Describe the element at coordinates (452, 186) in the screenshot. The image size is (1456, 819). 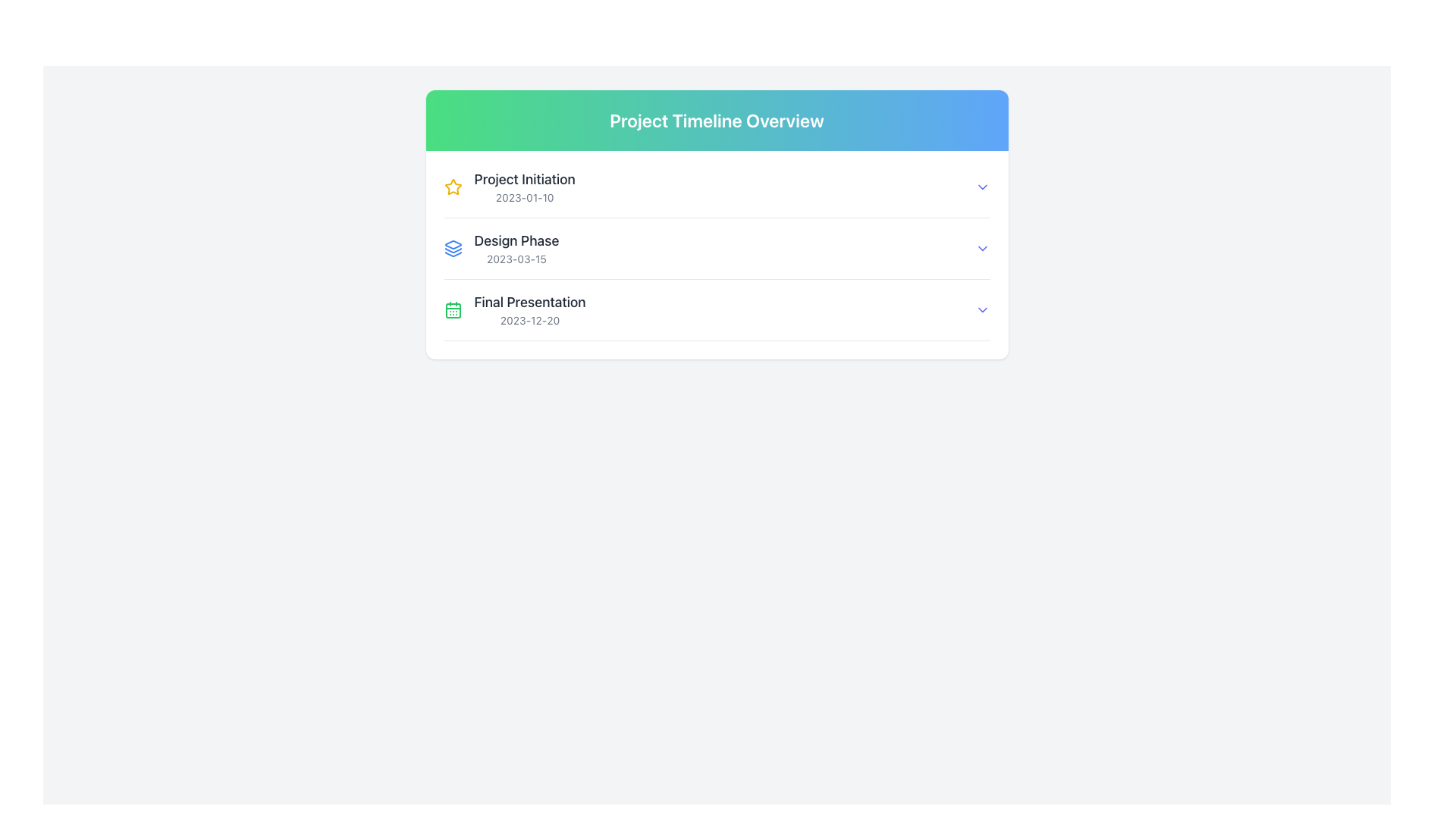
I see `the yellow star-shaped icon representing 'Project Initiation' located at the left of the corresponding row` at that location.